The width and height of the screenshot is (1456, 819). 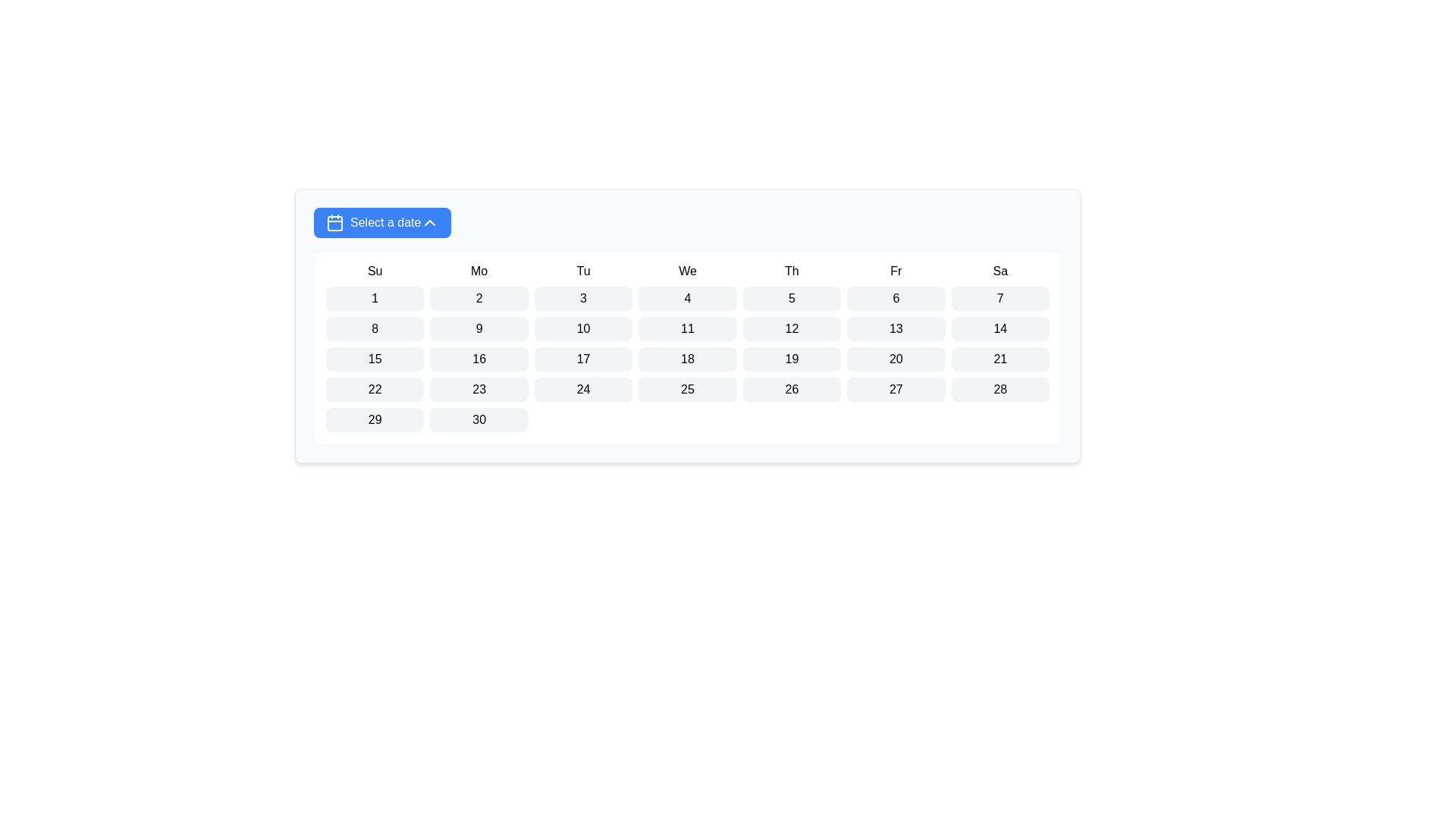 What do you see at coordinates (375, 298) in the screenshot?
I see `the rounded rectangular button displaying the number '1' with a light gray background` at bounding box center [375, 298].